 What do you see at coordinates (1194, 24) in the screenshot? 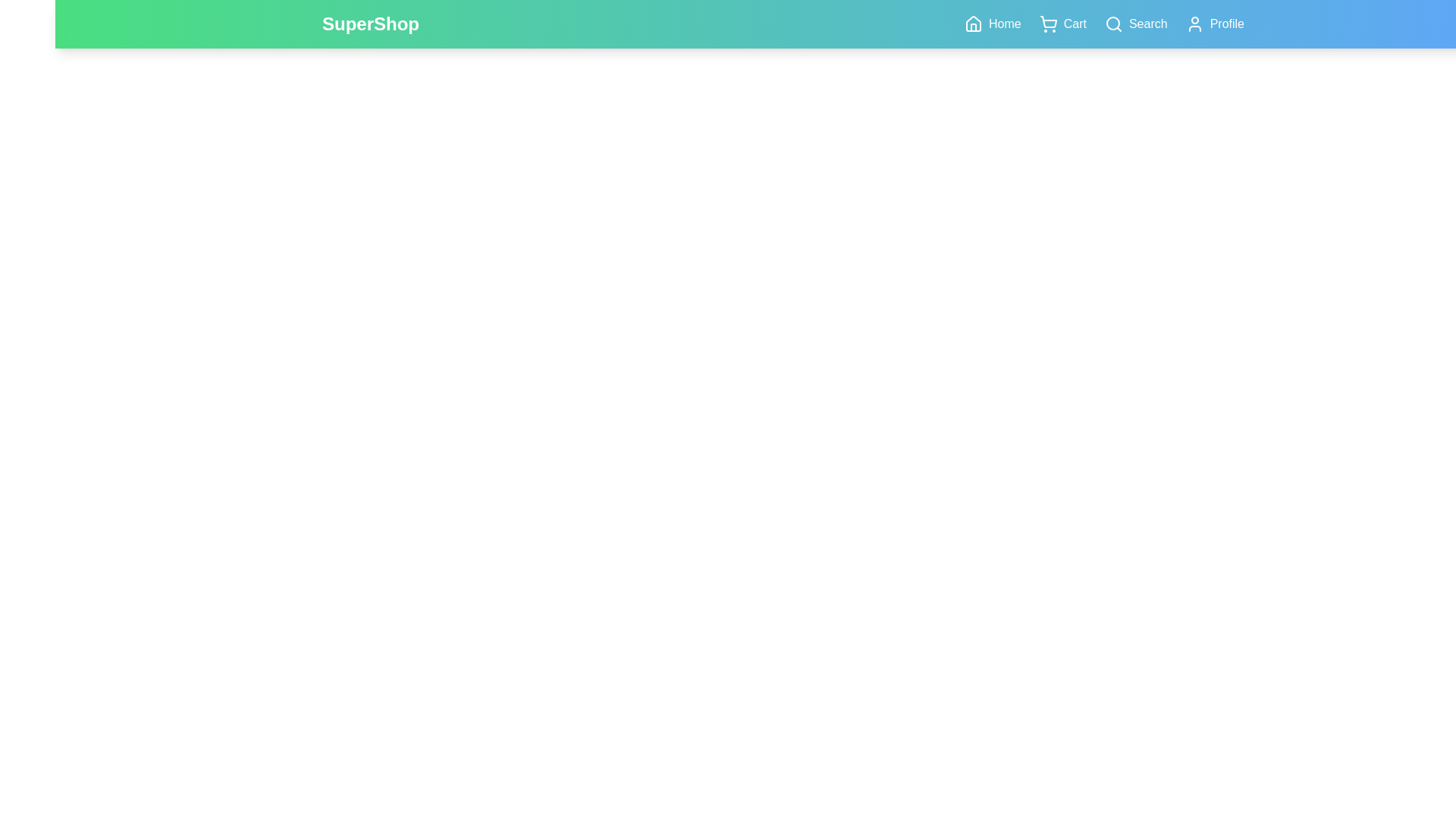
I see `the user icon represented by a silhouette of a person, located on the top-right corner of the navigation bar, adjacent to the 'Profile' text` at bounding box center [1194, 24].